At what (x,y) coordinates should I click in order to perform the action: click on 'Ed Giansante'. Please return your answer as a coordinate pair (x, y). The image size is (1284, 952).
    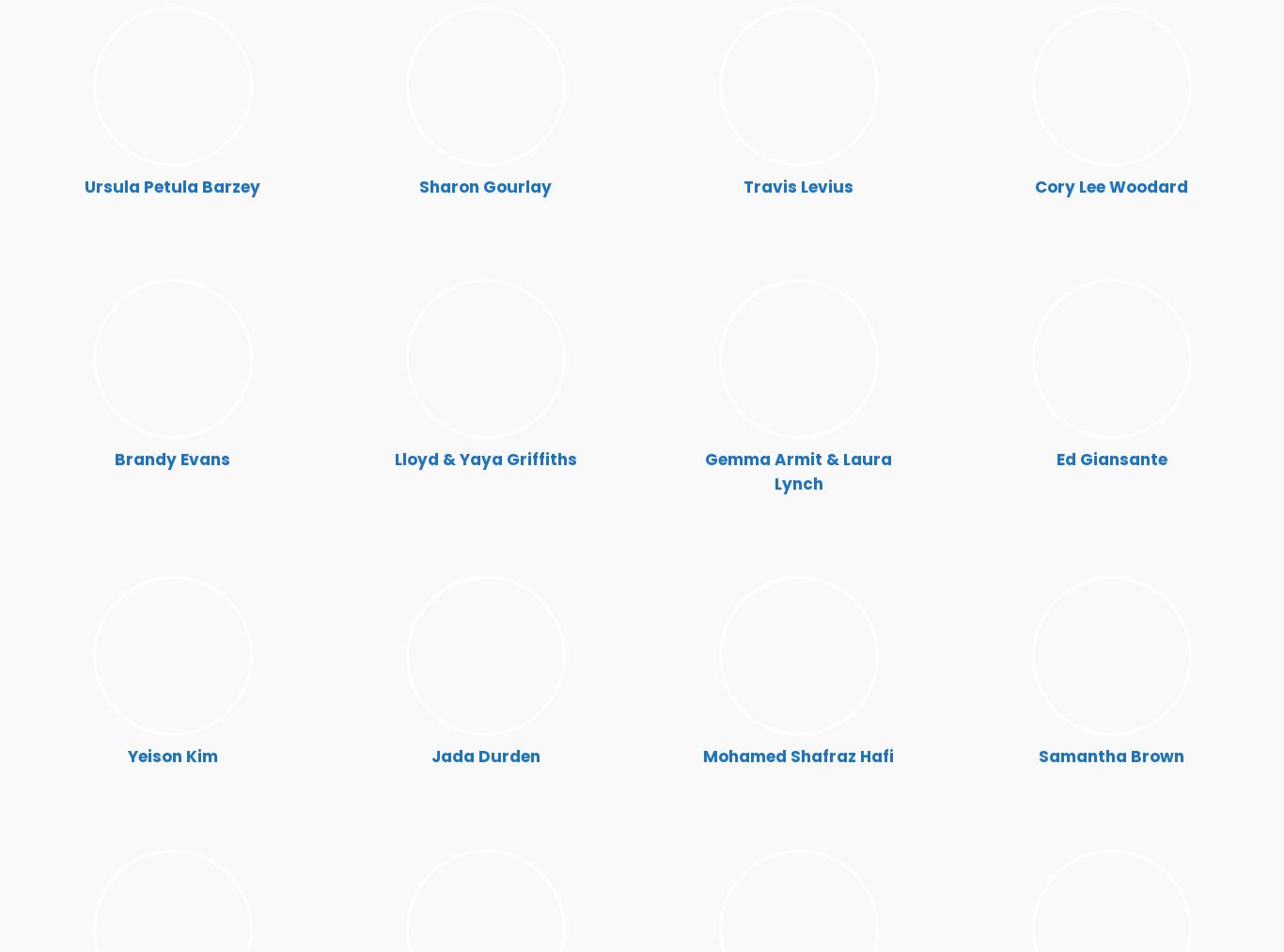
    Looking at the image, I should click on (1110, 458).